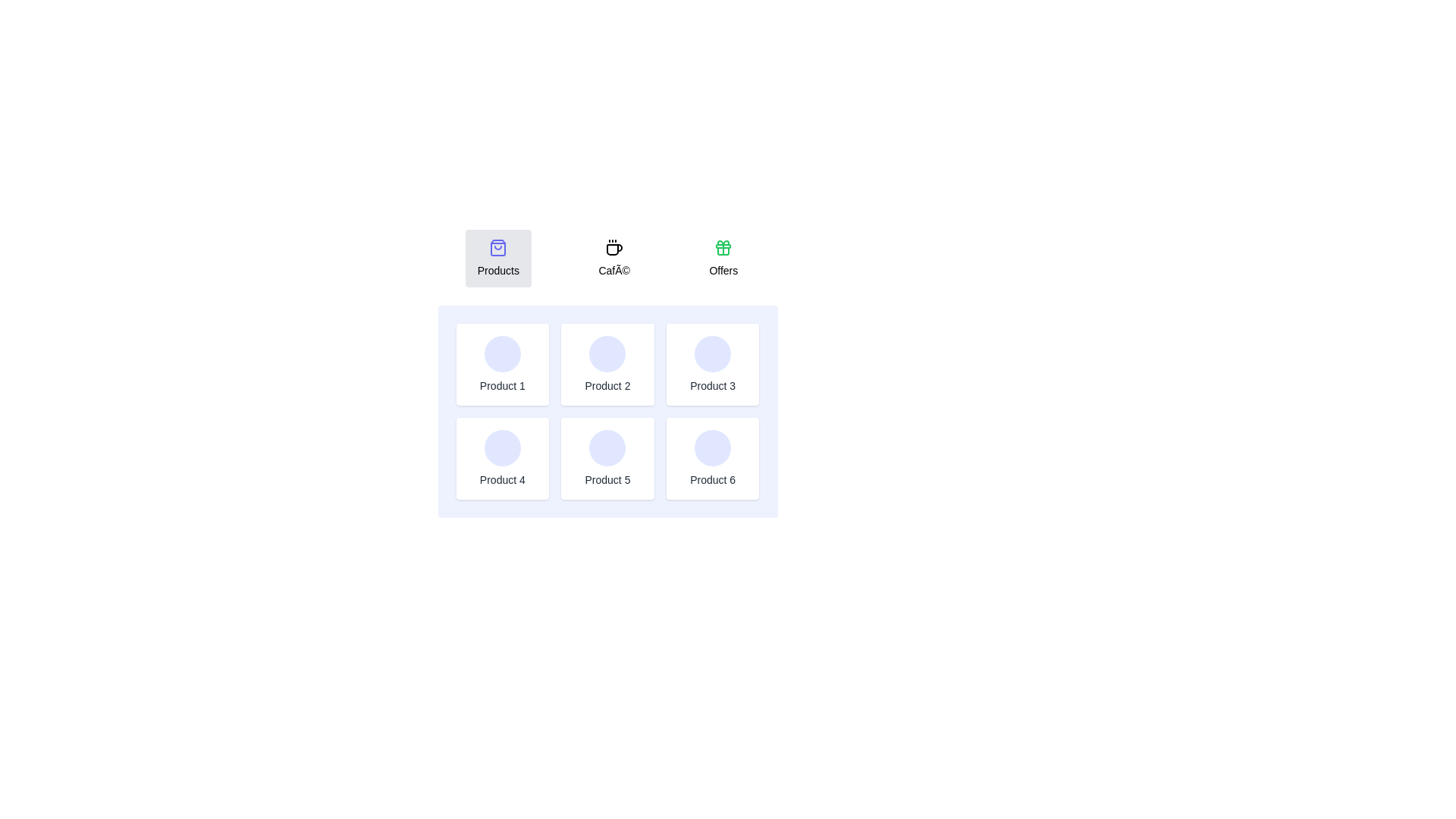  I want to click on the tab labeled Café, so click(614, 257).